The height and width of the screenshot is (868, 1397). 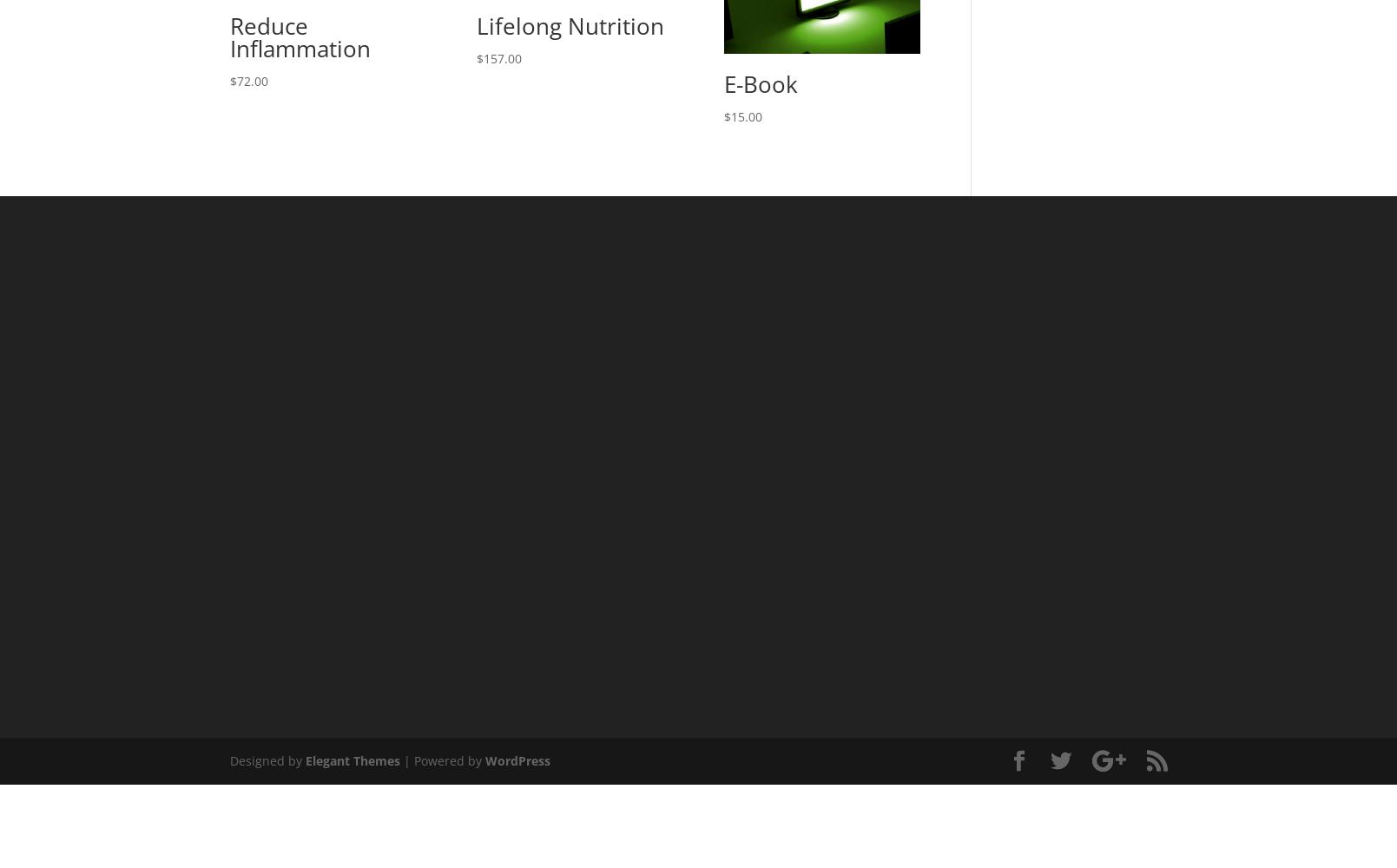 I want to click on 'Designed by', so click(x=266, y=760).